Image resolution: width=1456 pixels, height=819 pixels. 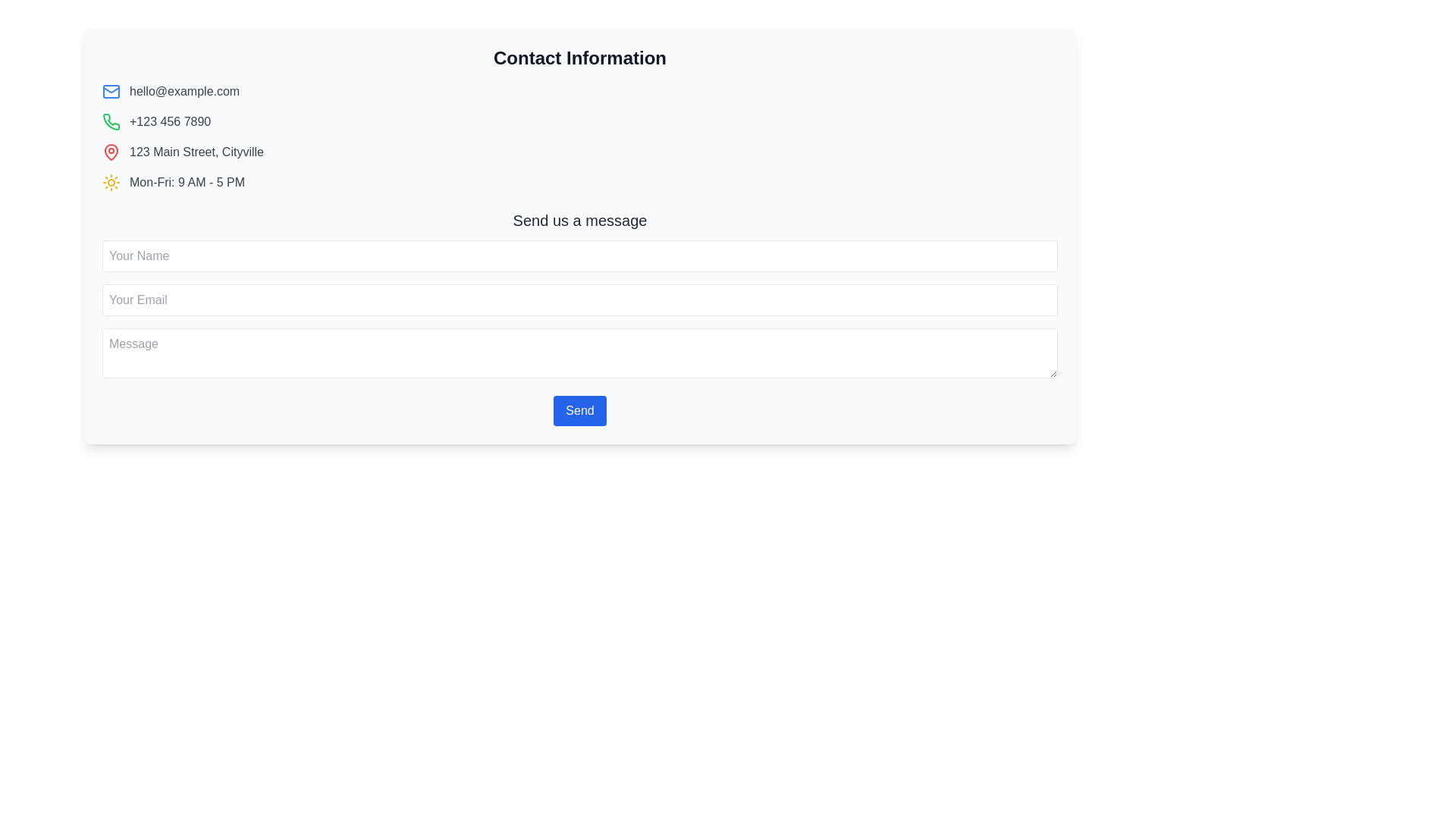 I want to click on the phone number text label '+123 456 7890' which is displayed in gray text style and is positioned next to a green phone icon, located in the second entry of the contact information list, so click(x=170, y=121).